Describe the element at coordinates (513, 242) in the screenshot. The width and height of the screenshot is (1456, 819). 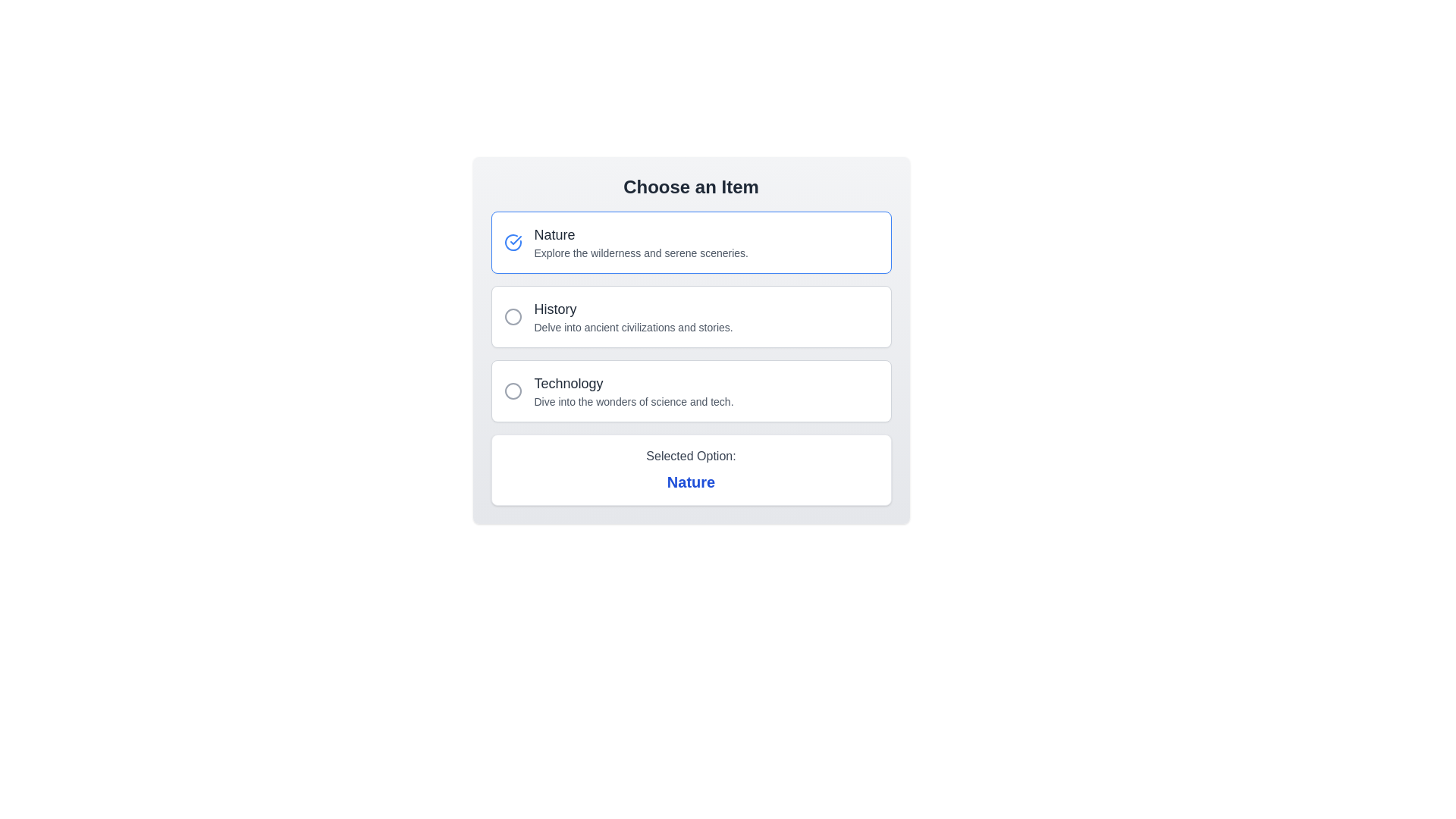
I see `the blue circular checkmark icon located to the left of the text 'Nature', which is horizontally aligned with the title` at that location.